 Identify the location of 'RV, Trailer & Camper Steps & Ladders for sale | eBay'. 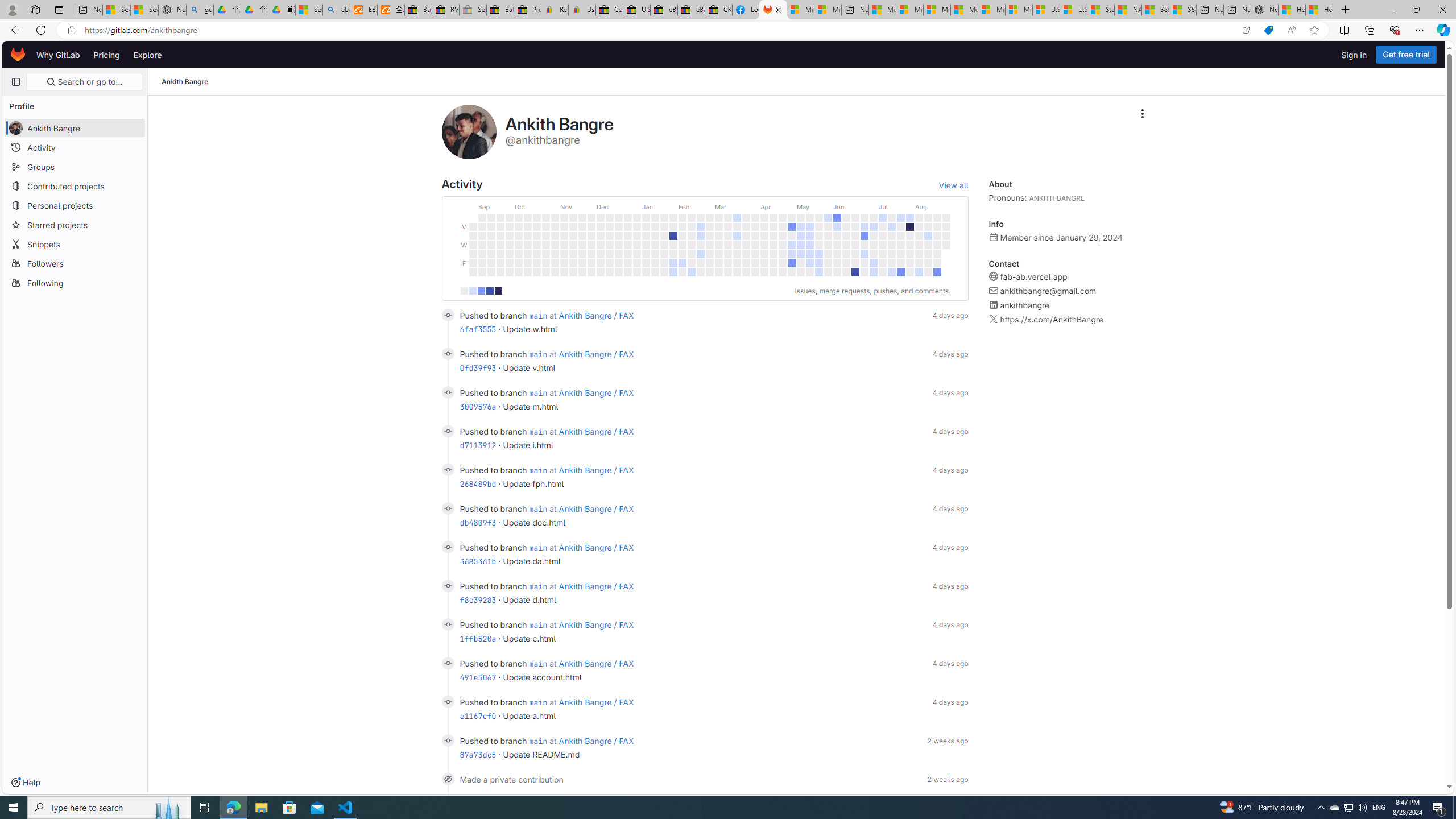
(445, 9).